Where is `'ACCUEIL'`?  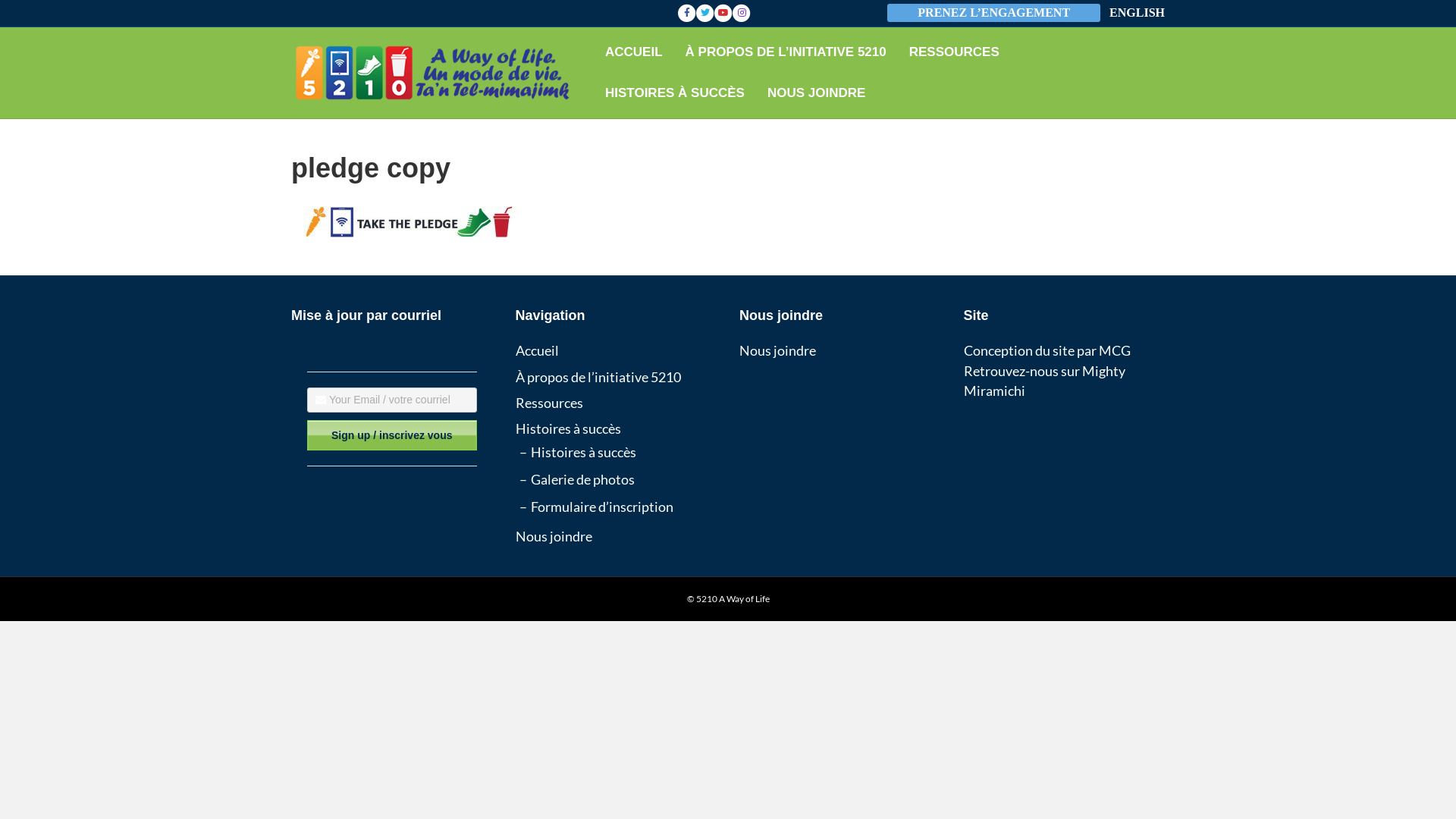 'ACCUEIL' is located at coordinates (633, 52).